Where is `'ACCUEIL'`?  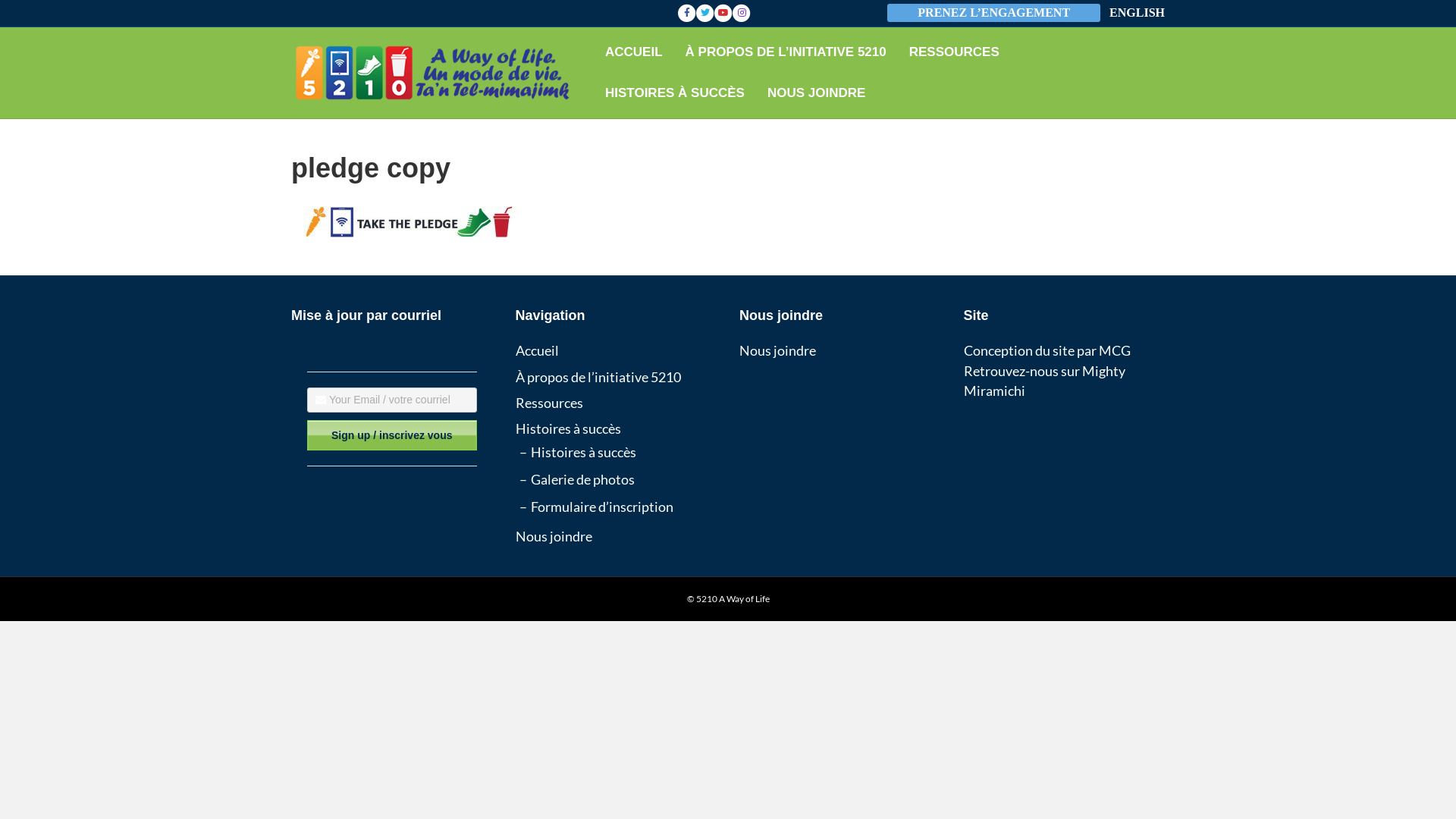 'ACCUEIL' is located at coordinates (633, 52).